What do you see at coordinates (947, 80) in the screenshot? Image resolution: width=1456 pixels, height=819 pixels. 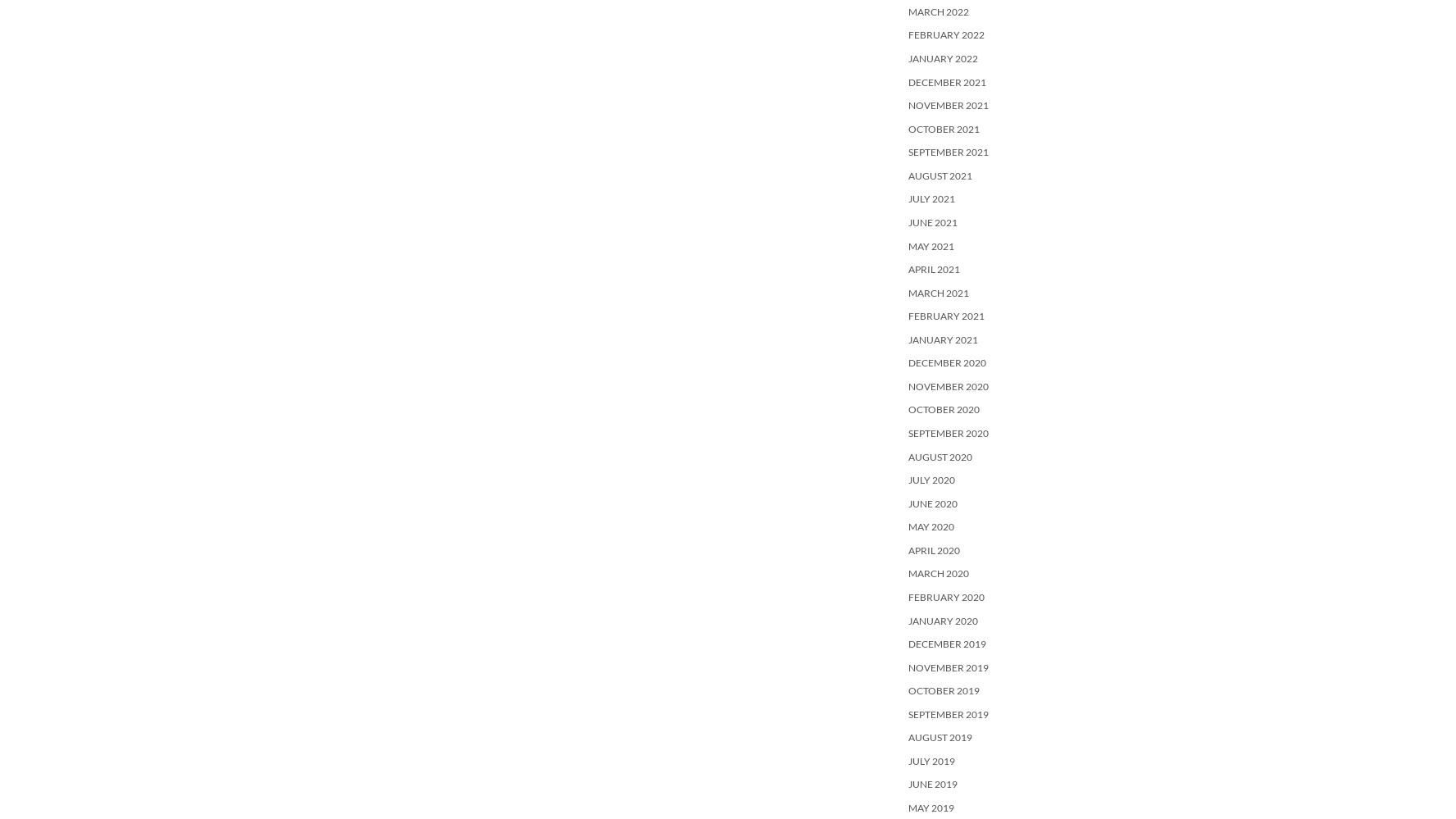 I see `'December 2021'` at bounding box center [947, 80].